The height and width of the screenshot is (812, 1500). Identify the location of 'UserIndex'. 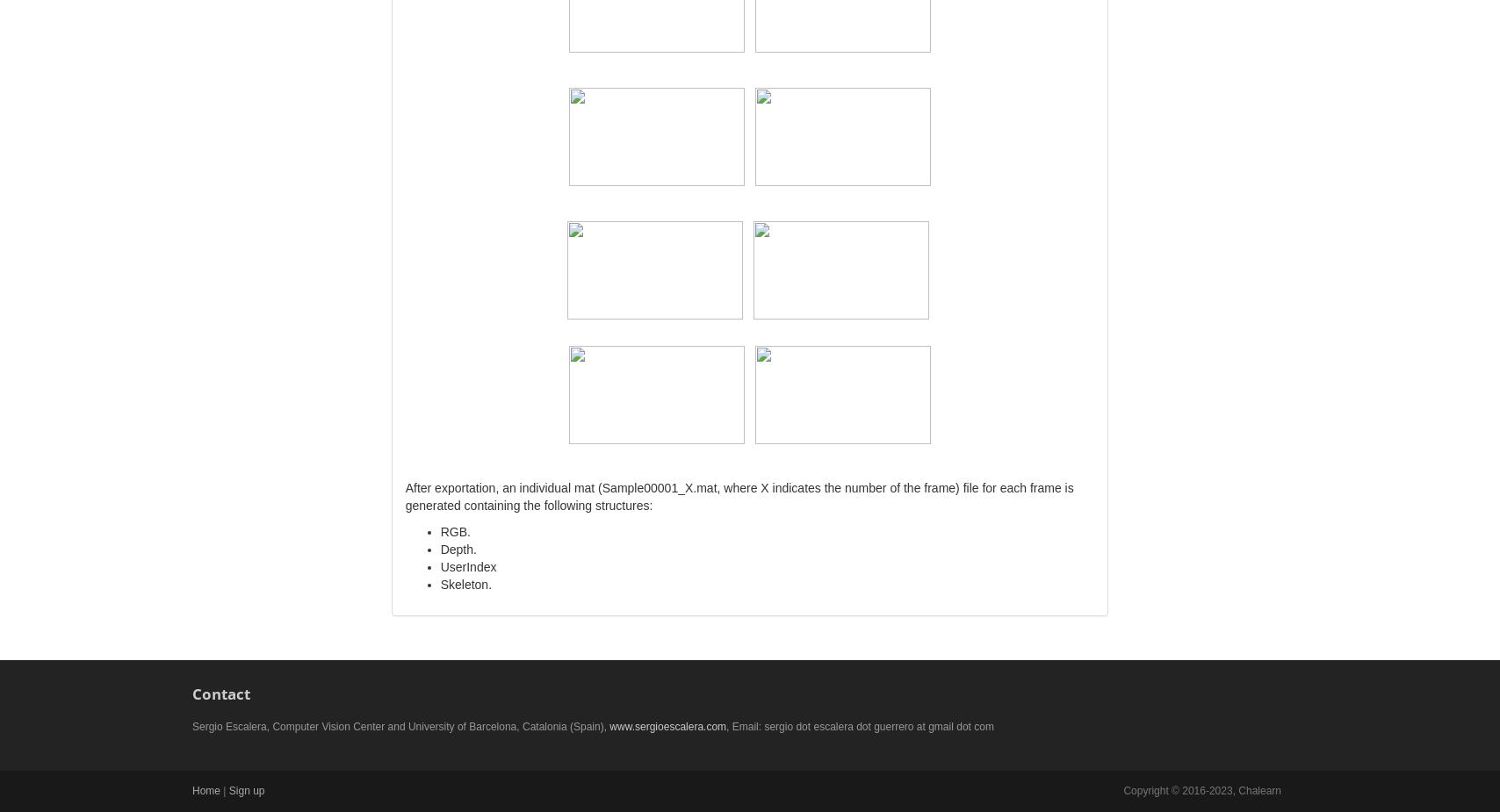
(468, 566).